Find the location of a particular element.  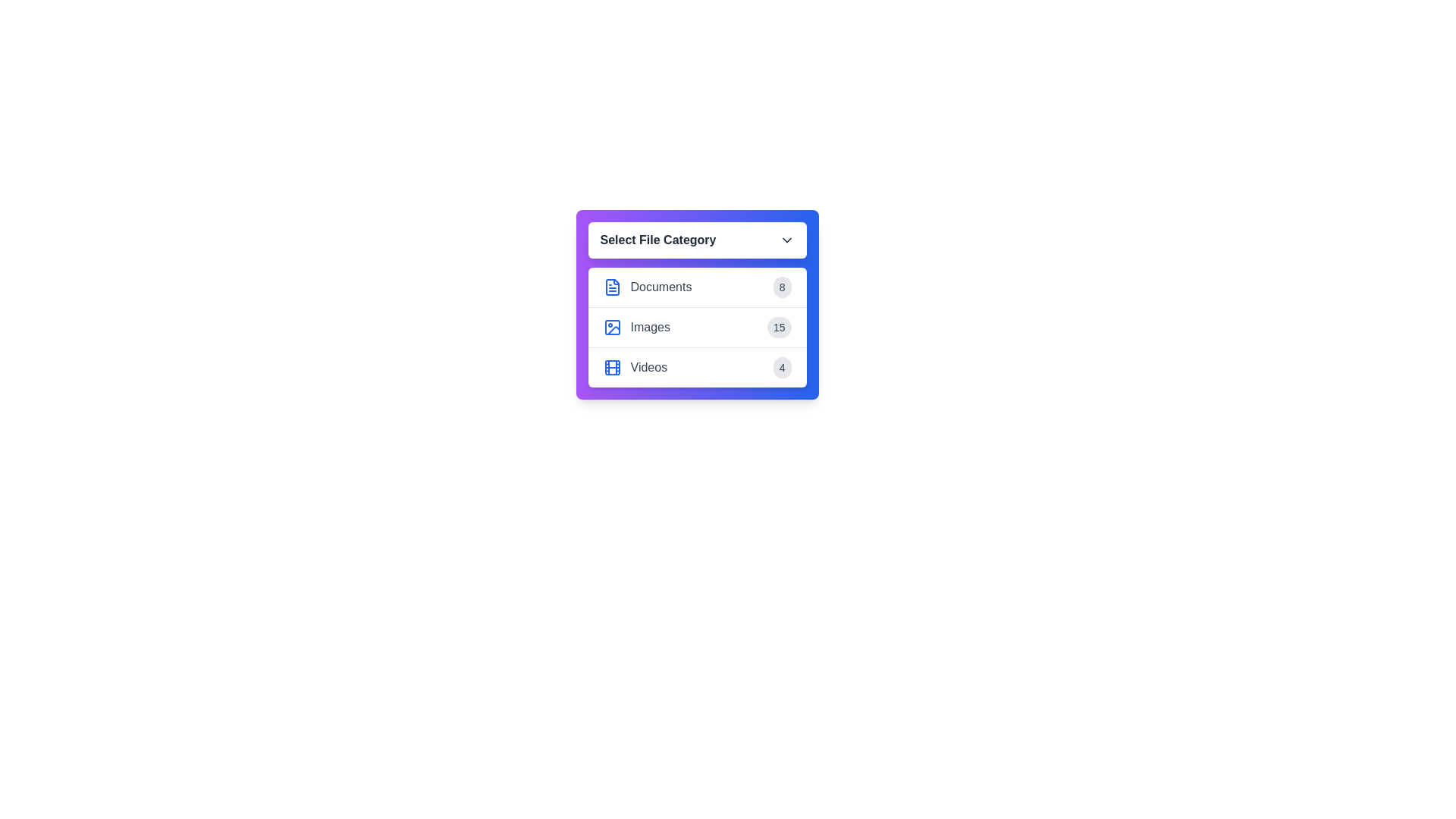

the 'Images' category list item in the dropdown menu is located at coordinates (696, 327).